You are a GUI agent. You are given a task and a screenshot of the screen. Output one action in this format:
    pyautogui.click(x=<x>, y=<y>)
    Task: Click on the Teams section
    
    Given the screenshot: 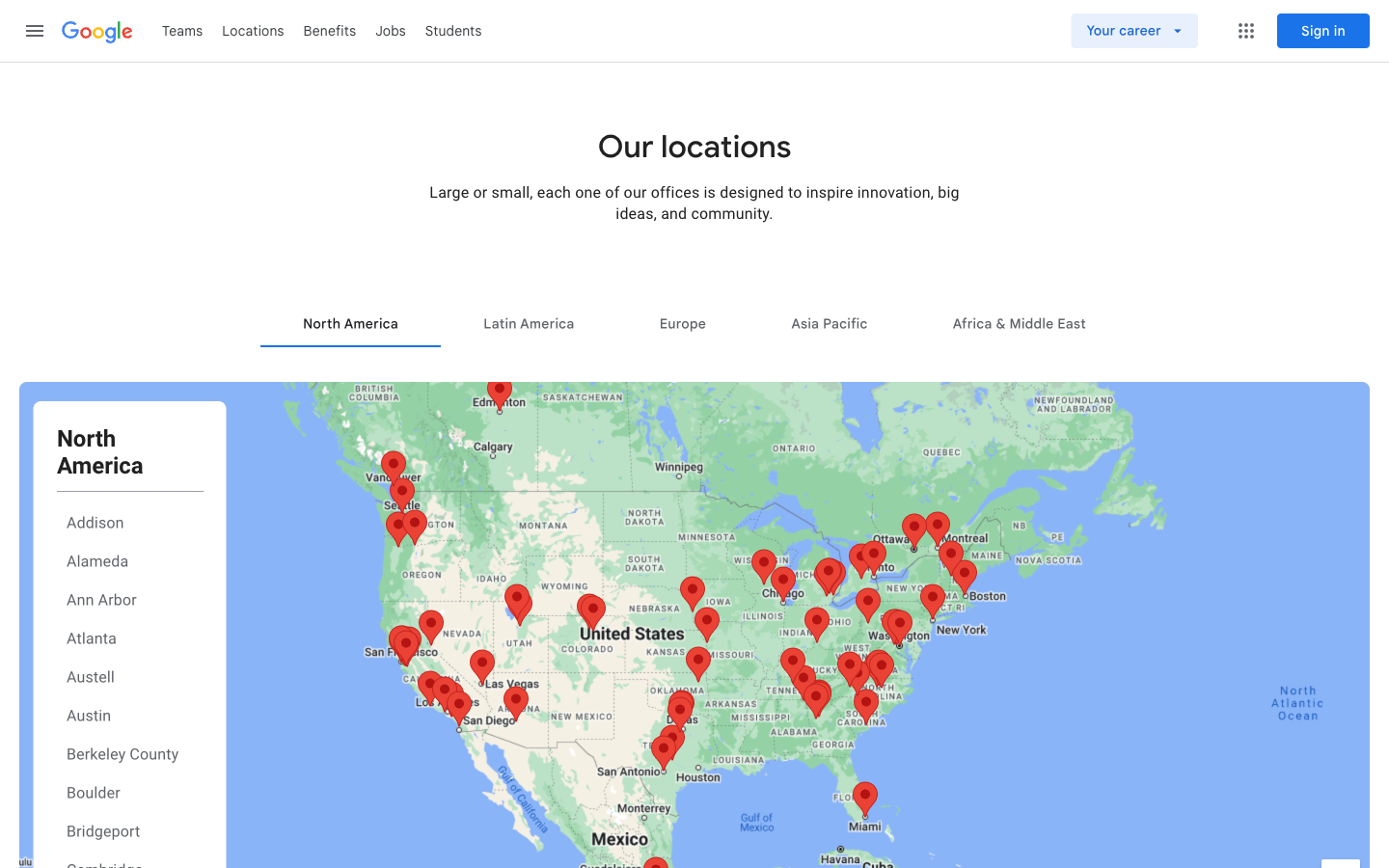 What is the action you would take?
    pyautogui.click(x=182, y=29)
    